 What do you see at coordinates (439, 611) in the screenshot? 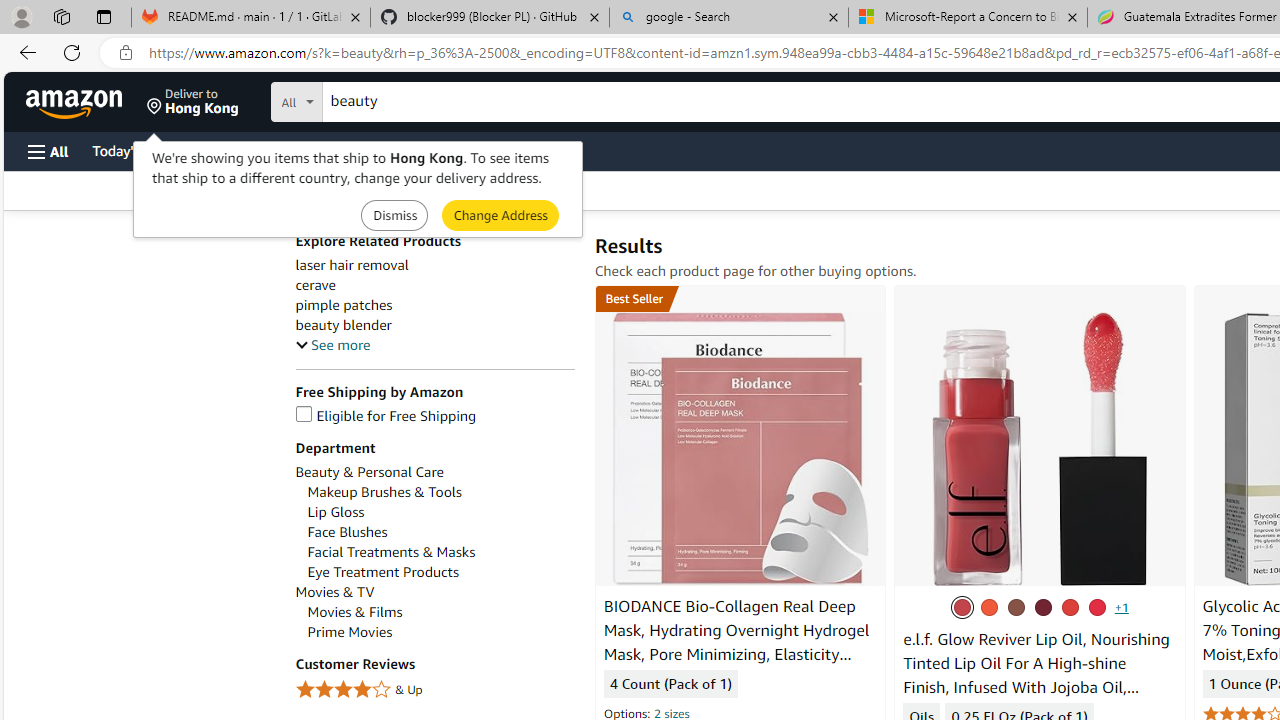
I see `'Movies & Films'` at bounding box center [439, 611].